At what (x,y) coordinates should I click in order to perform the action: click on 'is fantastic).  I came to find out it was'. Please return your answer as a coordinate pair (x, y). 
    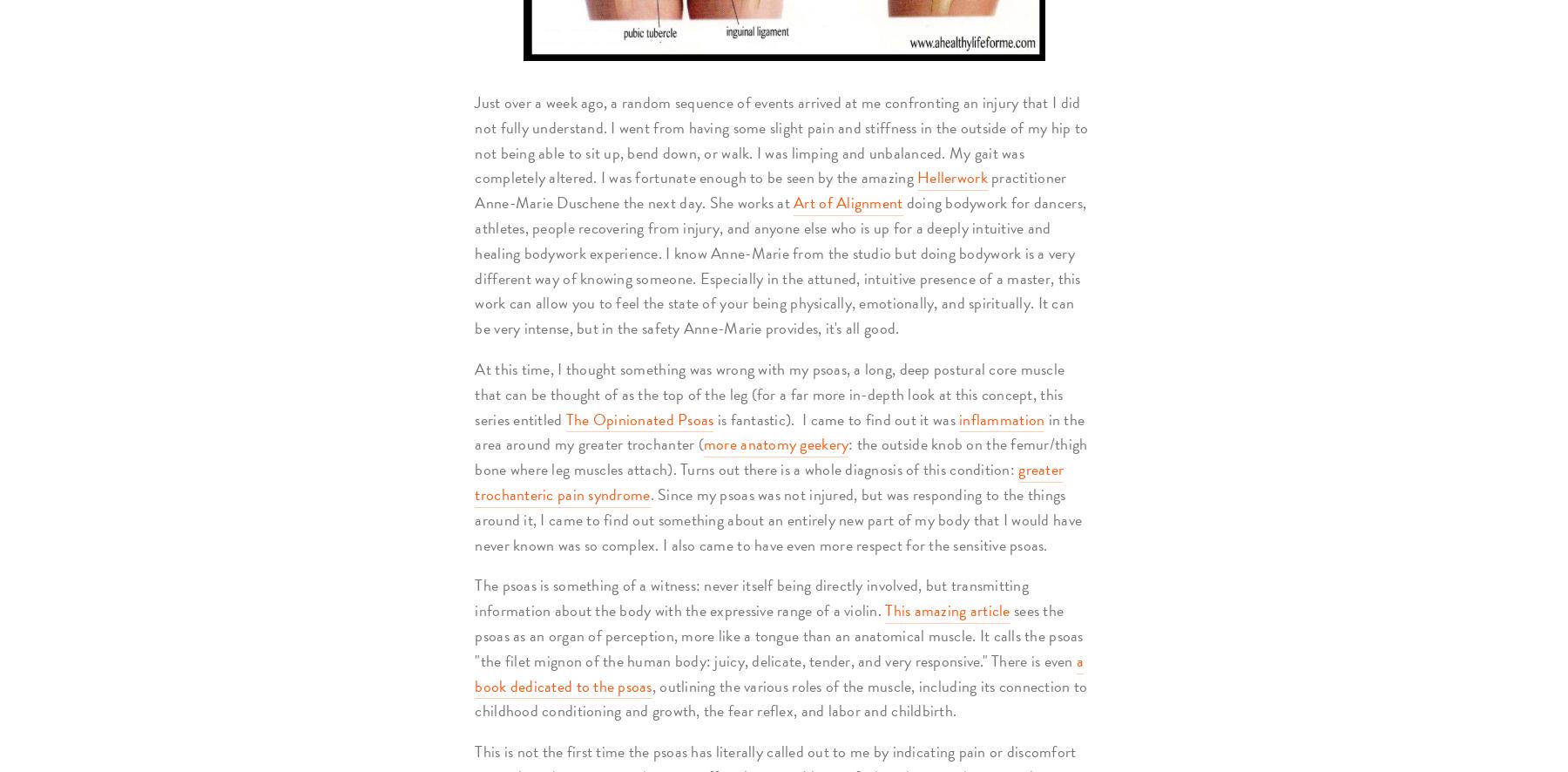
    Looking at the image, I should click on (835, 418).